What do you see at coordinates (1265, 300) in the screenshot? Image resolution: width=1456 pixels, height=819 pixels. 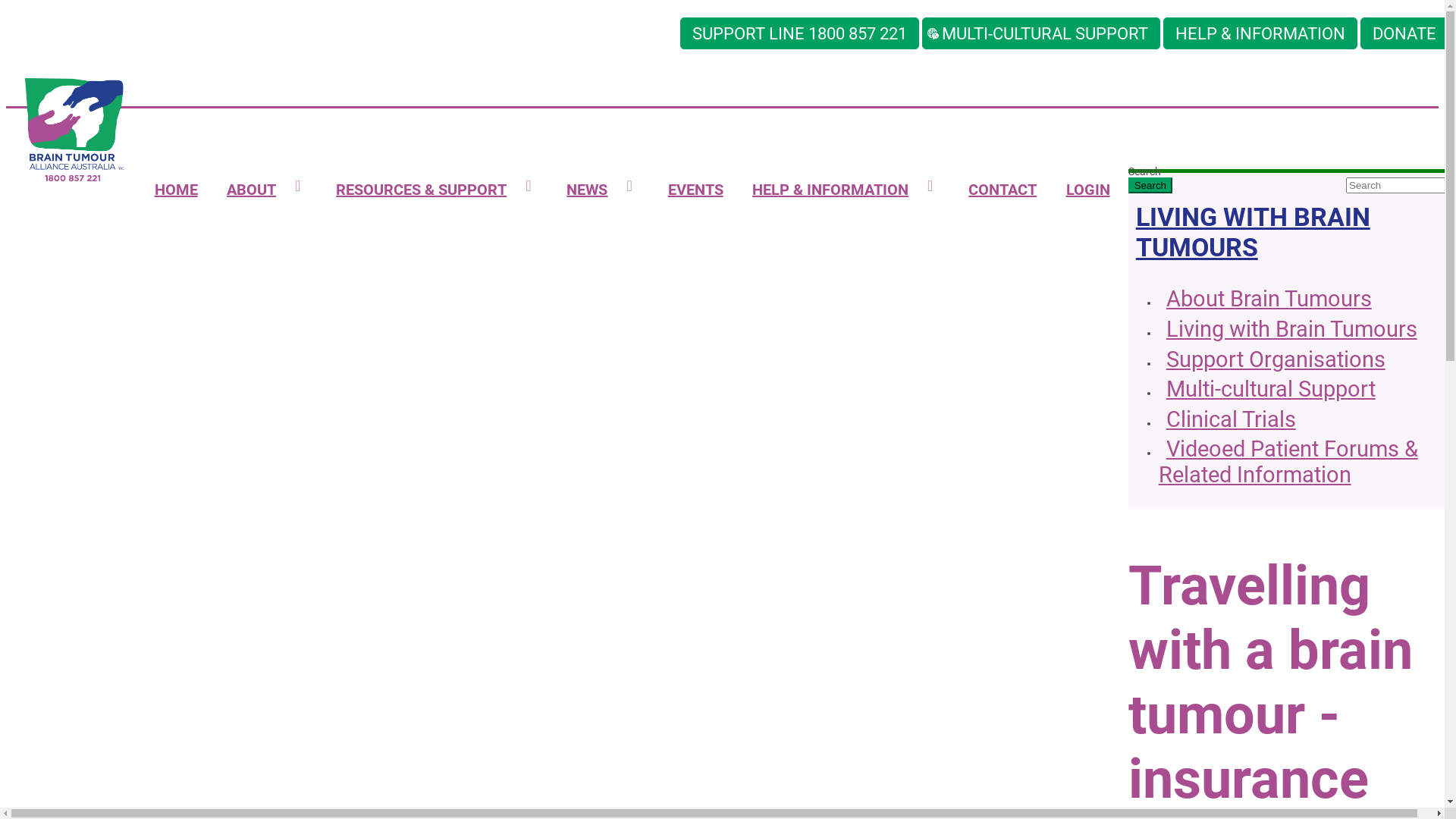 I see `'About Brain Tumours'` at bounding box center [1265, 300].